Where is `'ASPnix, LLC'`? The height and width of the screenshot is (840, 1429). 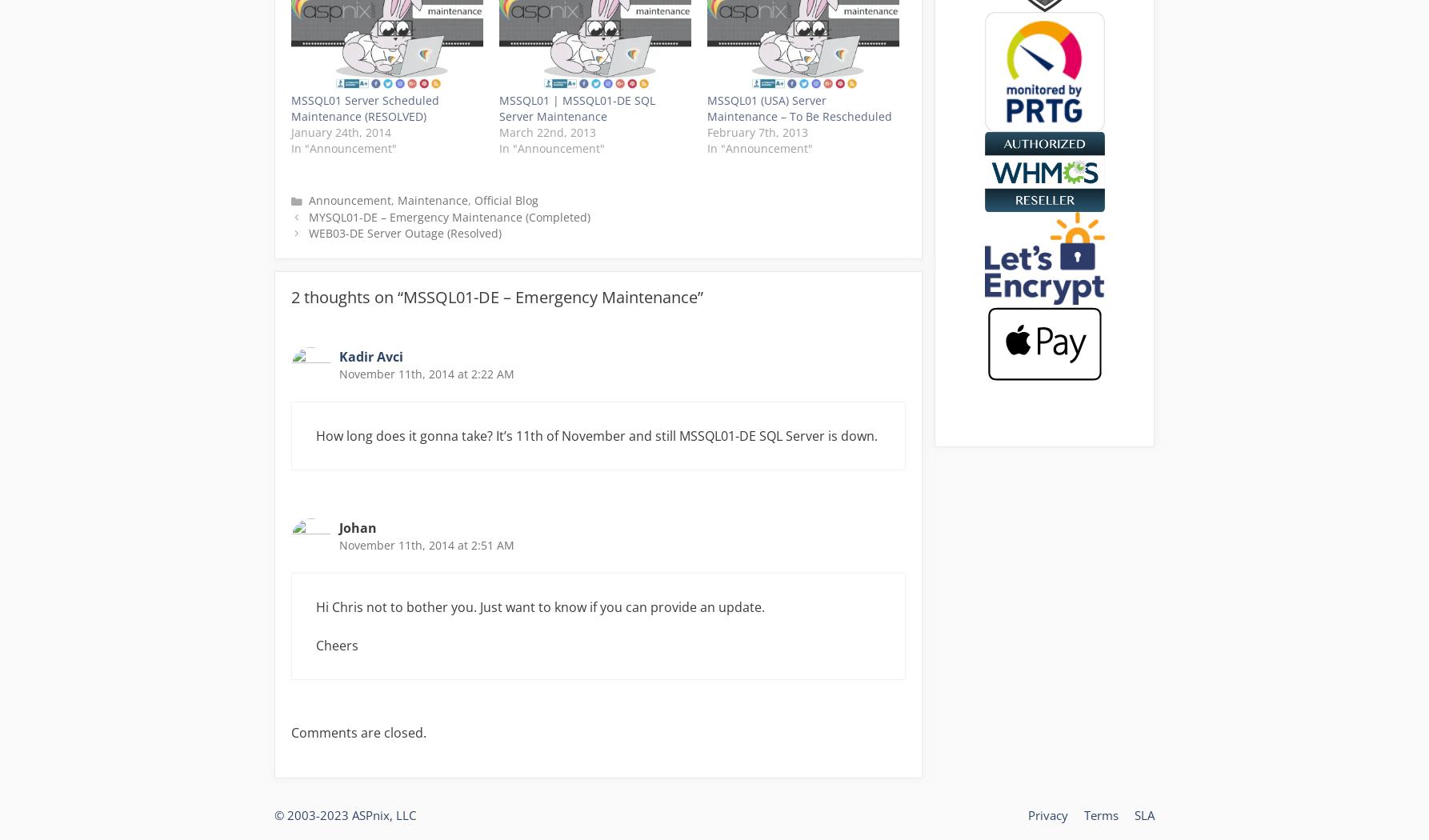 'ASPnix, LLC' is located at coordinates (383, 814).